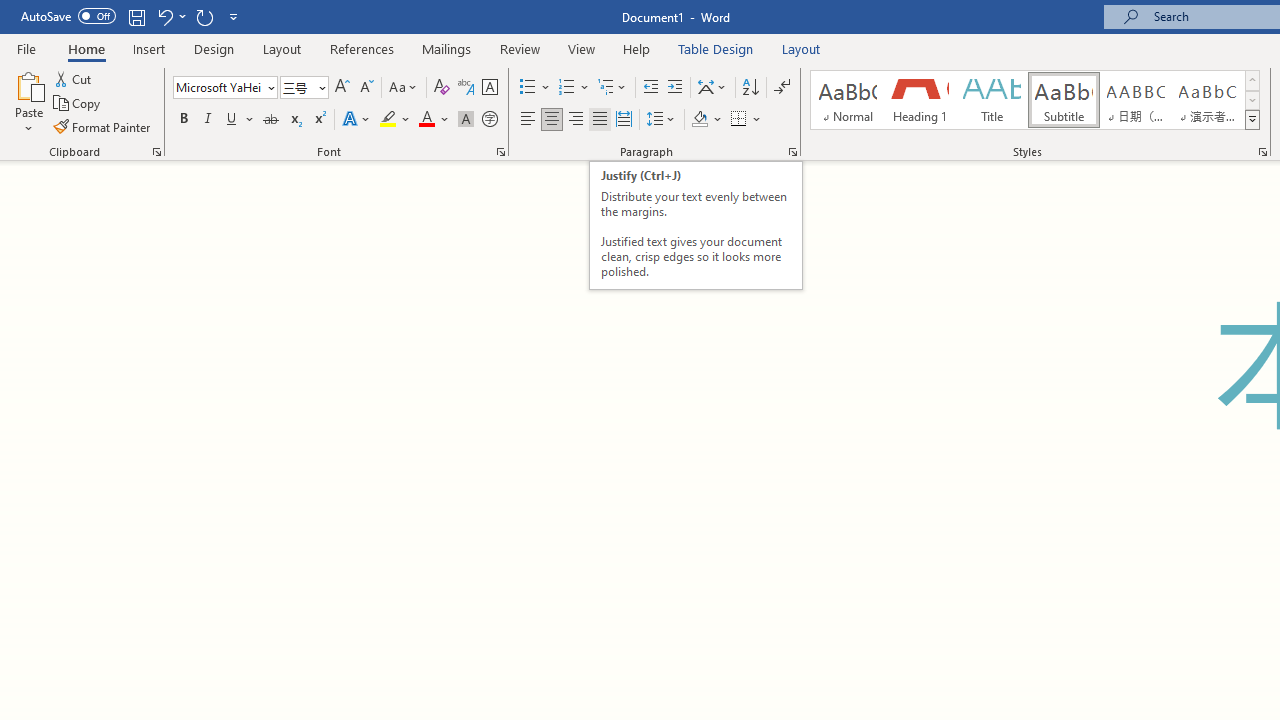 Image resolution: width=1280 pixels, height=720 pixels. I want to click on 'Styles', so click(1251, 120).